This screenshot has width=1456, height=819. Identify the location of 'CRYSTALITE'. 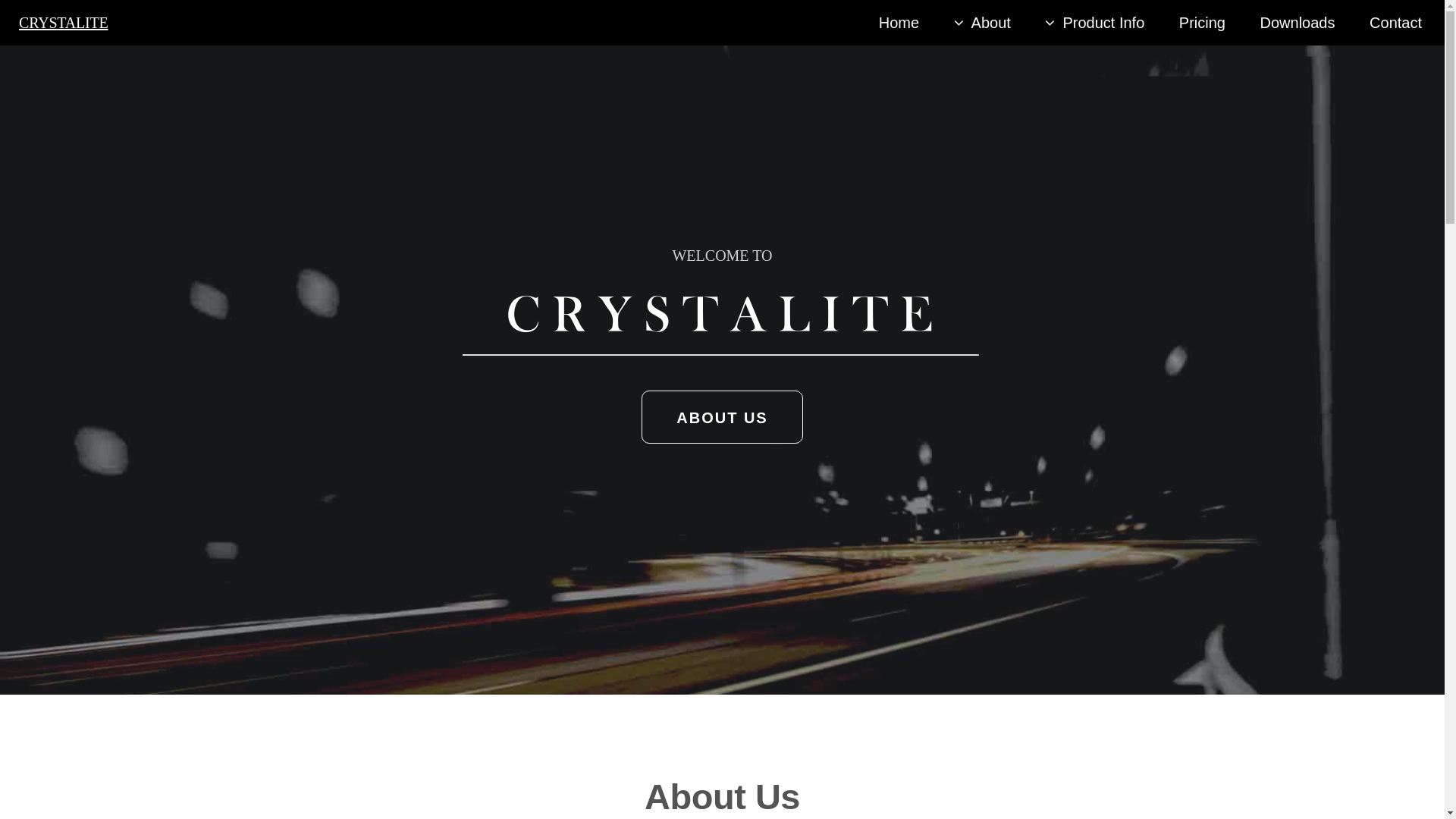
(62, 23).